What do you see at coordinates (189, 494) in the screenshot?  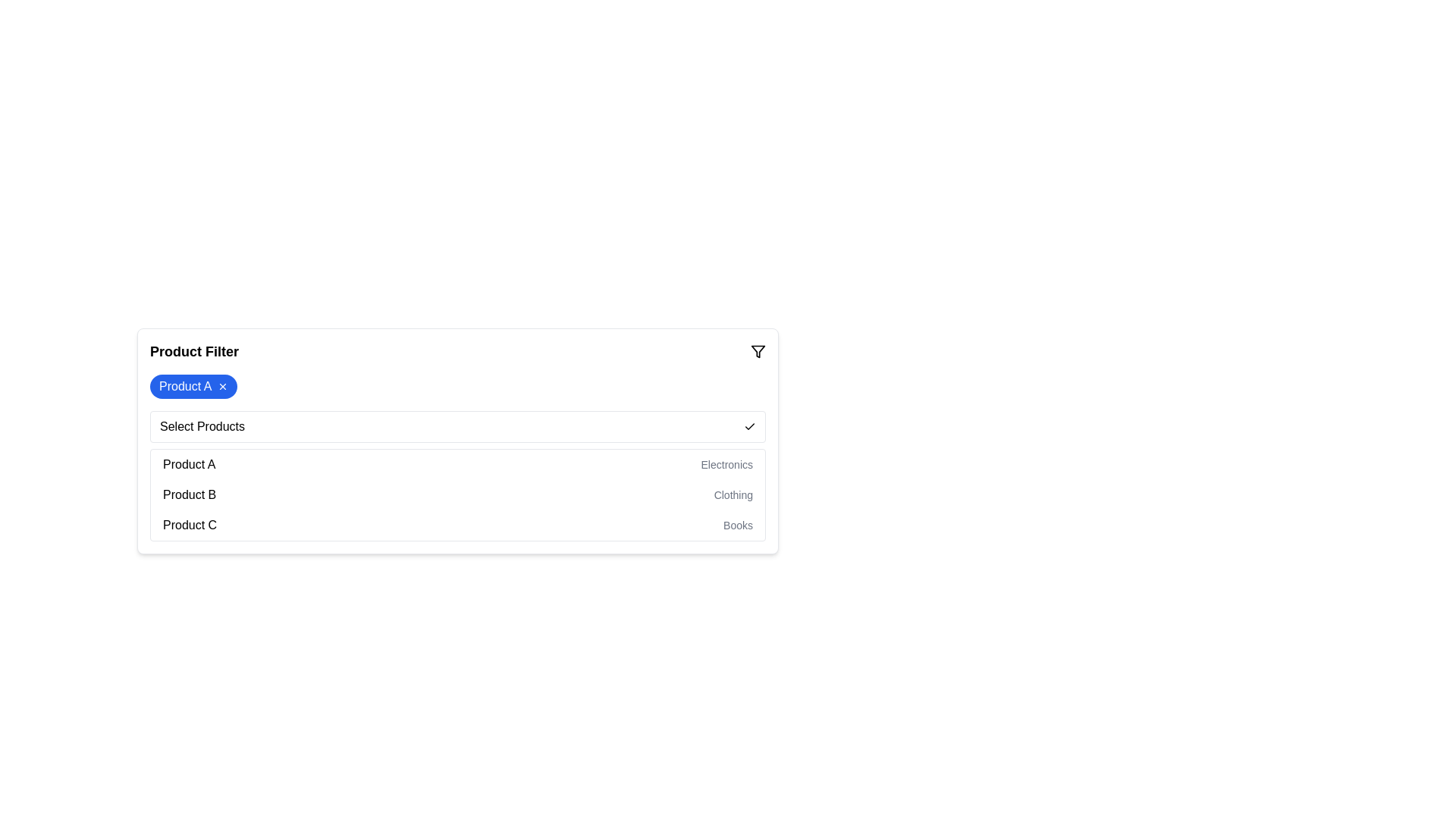 I see `the text label displaying the name 'Product B' in the product selection interface, which is the second item in the list under 'Select Products'` at bounding box center [189, 494].